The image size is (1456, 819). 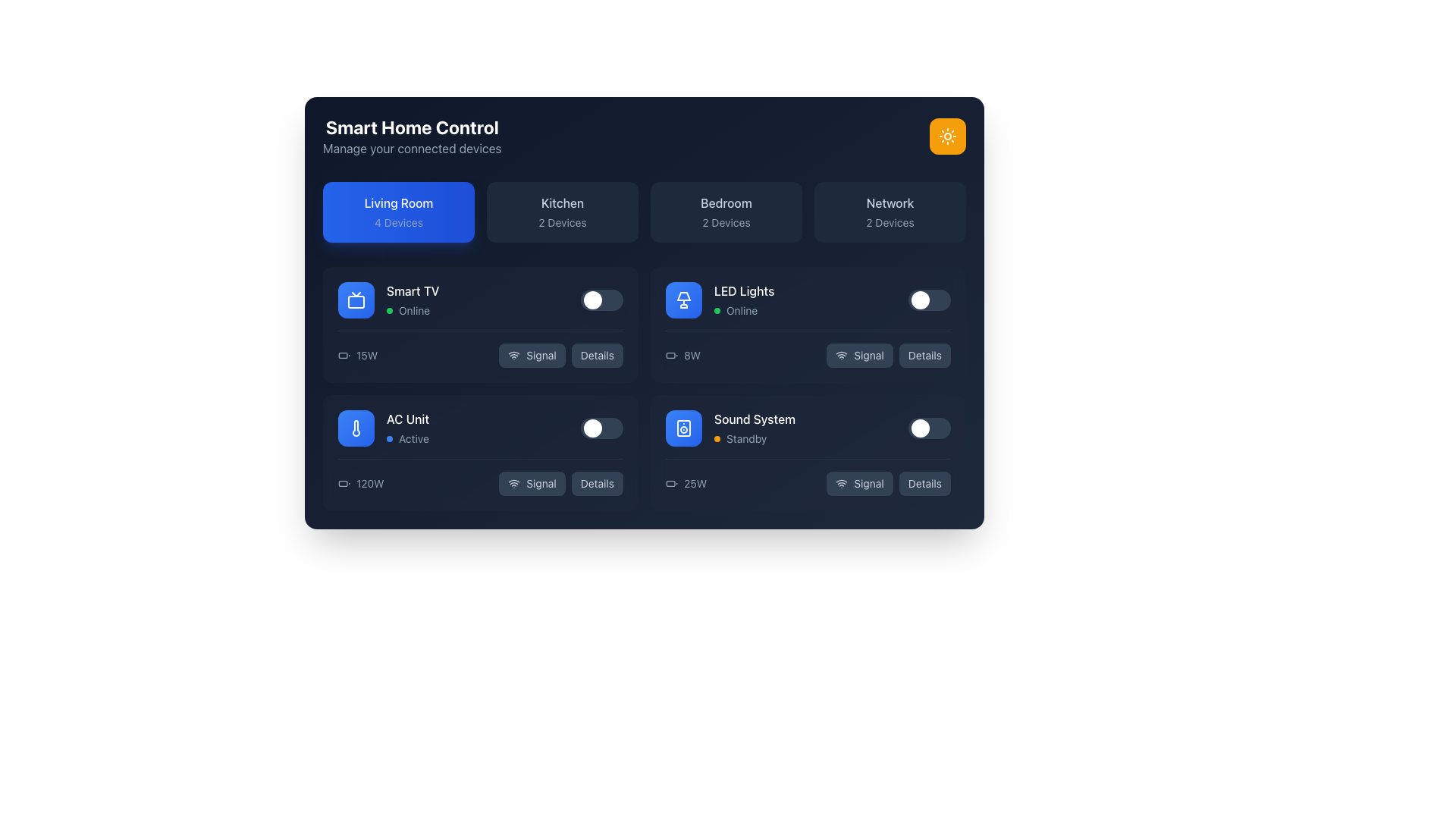 What do you see at coordinates (412, 149) in the screenshot?
I see `the text label that reads 'Manage your connected devices.', which is styled in light gray and located directly below the 'Smart Home Control' title` at bounding box center [412, 149].